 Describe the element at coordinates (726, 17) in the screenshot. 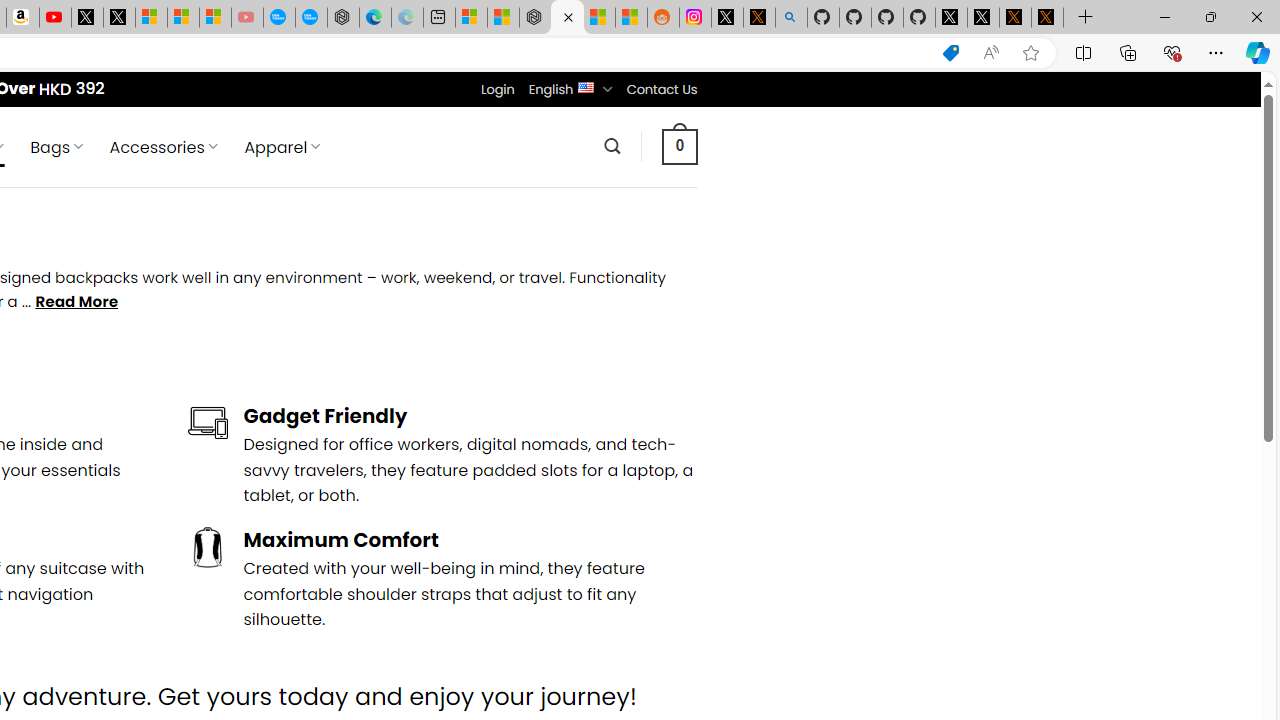

I see `'Log in to X / X'` at that location.